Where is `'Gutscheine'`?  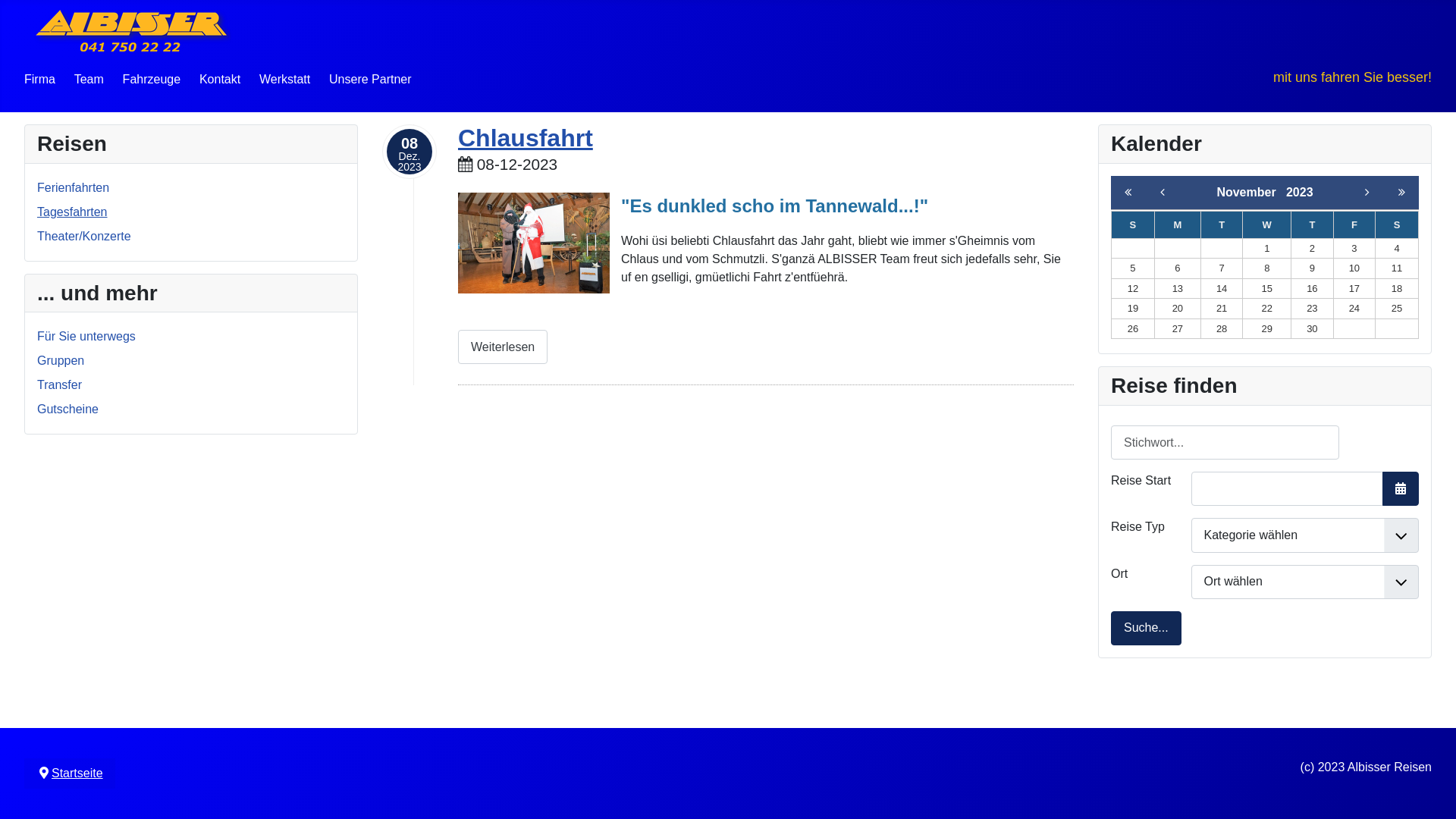
'Gutscheine' is located at coordinates (67, 408).